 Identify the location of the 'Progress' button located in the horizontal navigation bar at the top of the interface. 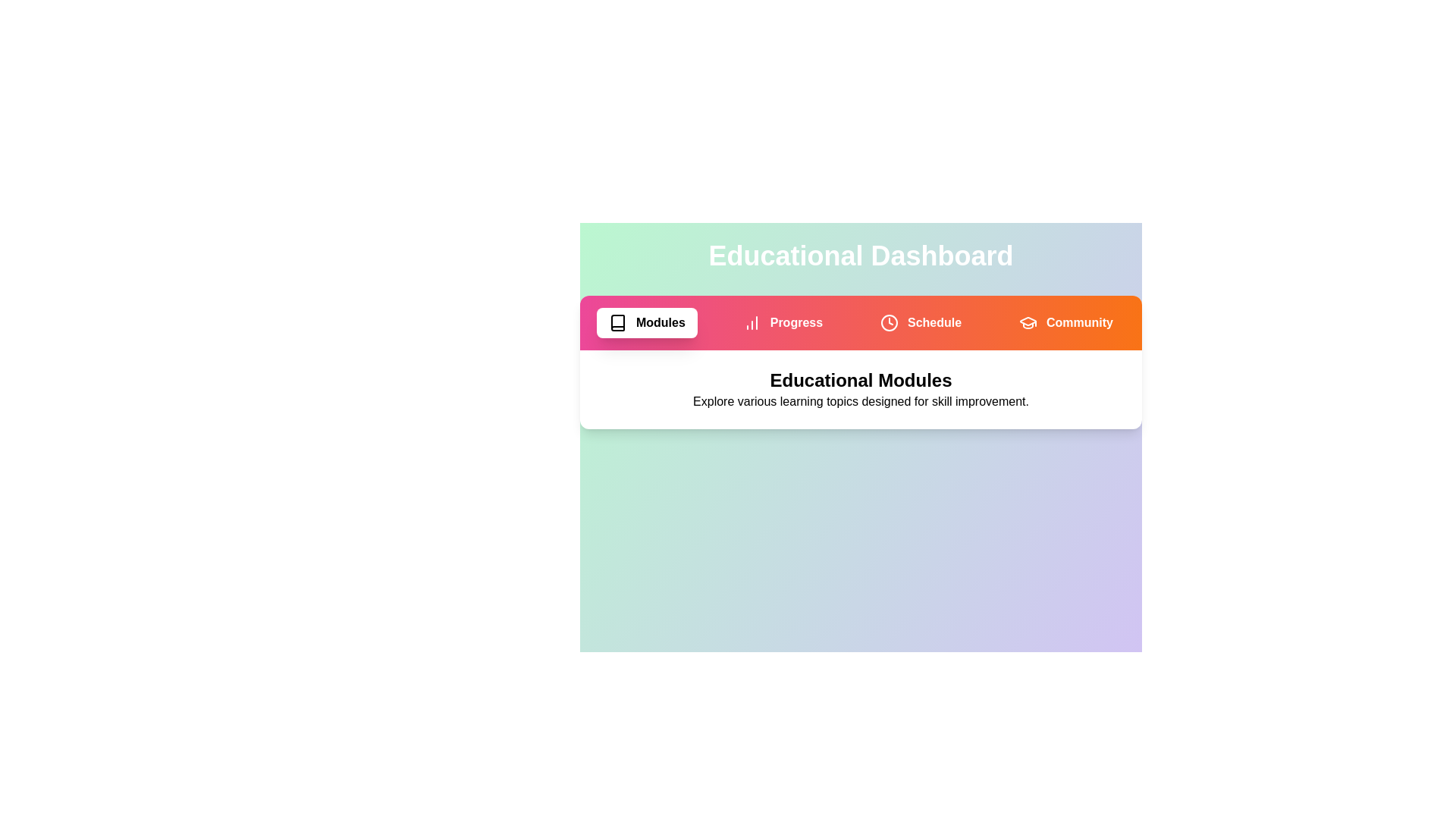
(783, 322).